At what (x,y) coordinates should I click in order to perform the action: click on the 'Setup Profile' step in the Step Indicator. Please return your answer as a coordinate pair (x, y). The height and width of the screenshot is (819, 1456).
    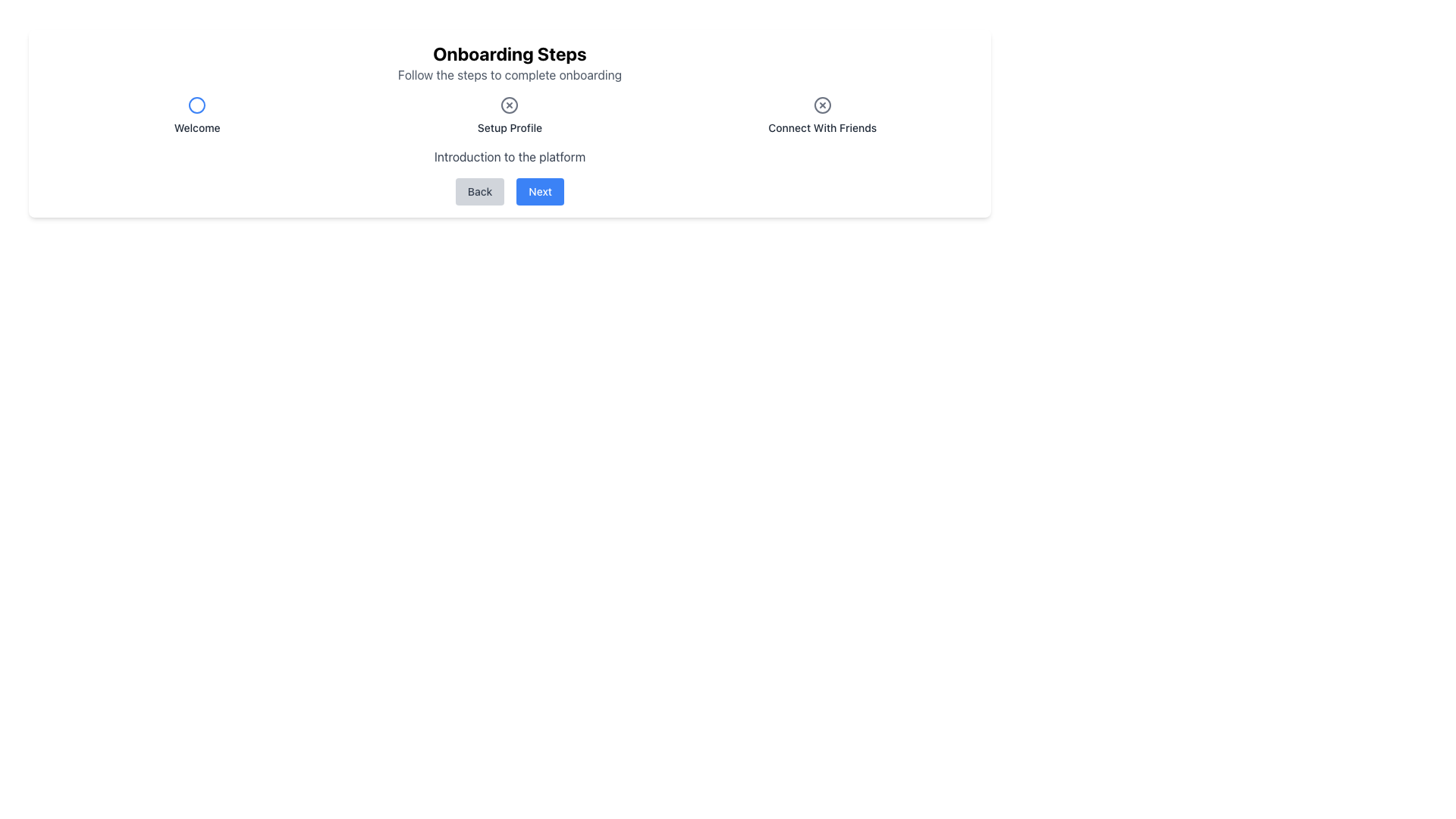
    Looking at the image, I should click on (510, 115).